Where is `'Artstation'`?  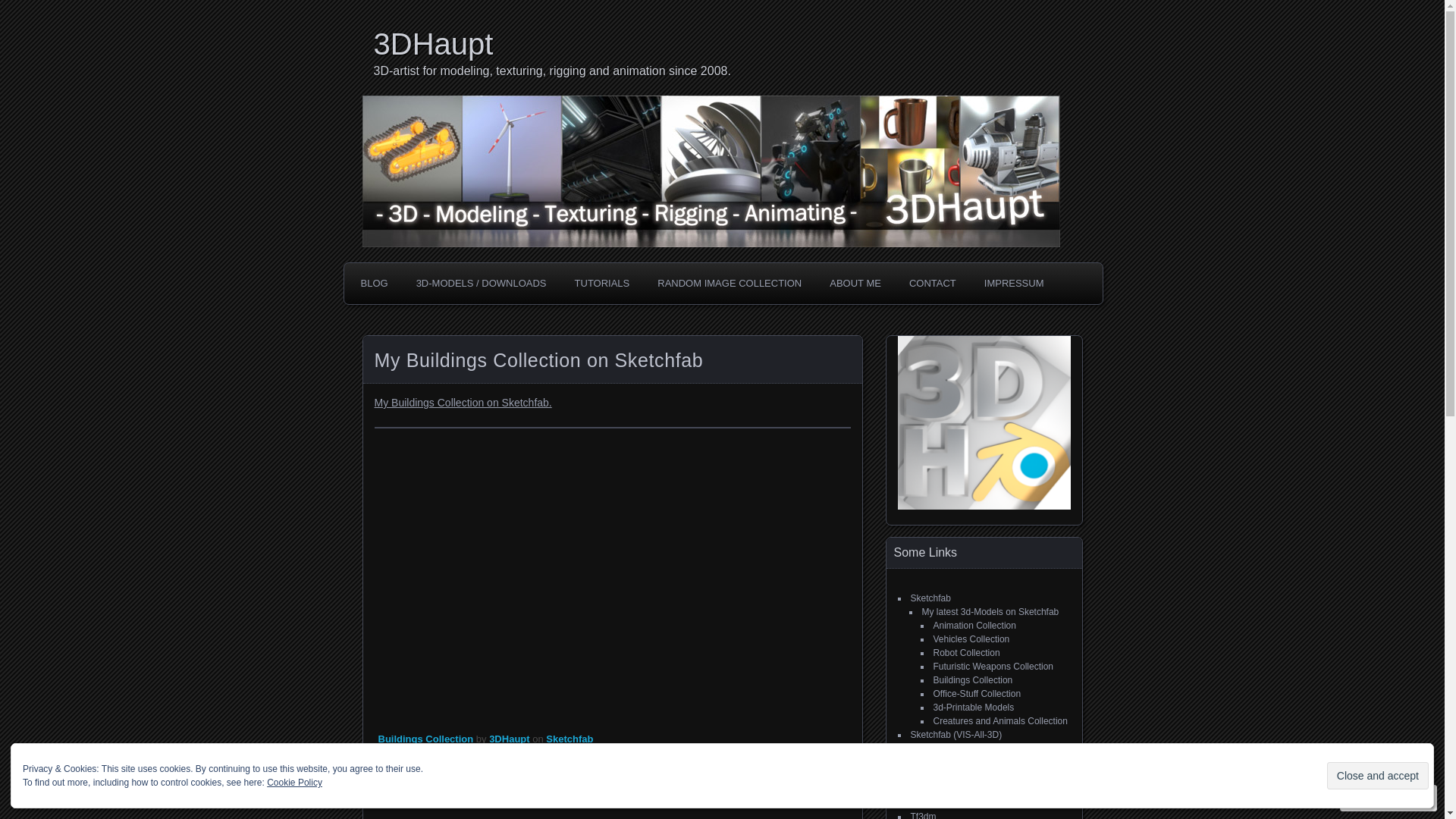
'Artstation' is located at coordinates (928, 802).